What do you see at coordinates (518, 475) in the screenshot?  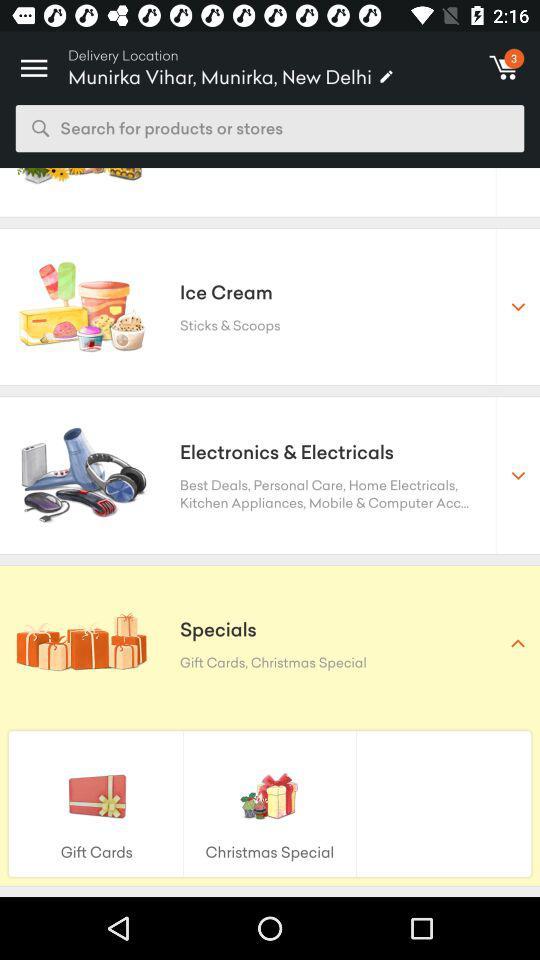 I see `second dropdown from the top` at bounding box center [518, 475].